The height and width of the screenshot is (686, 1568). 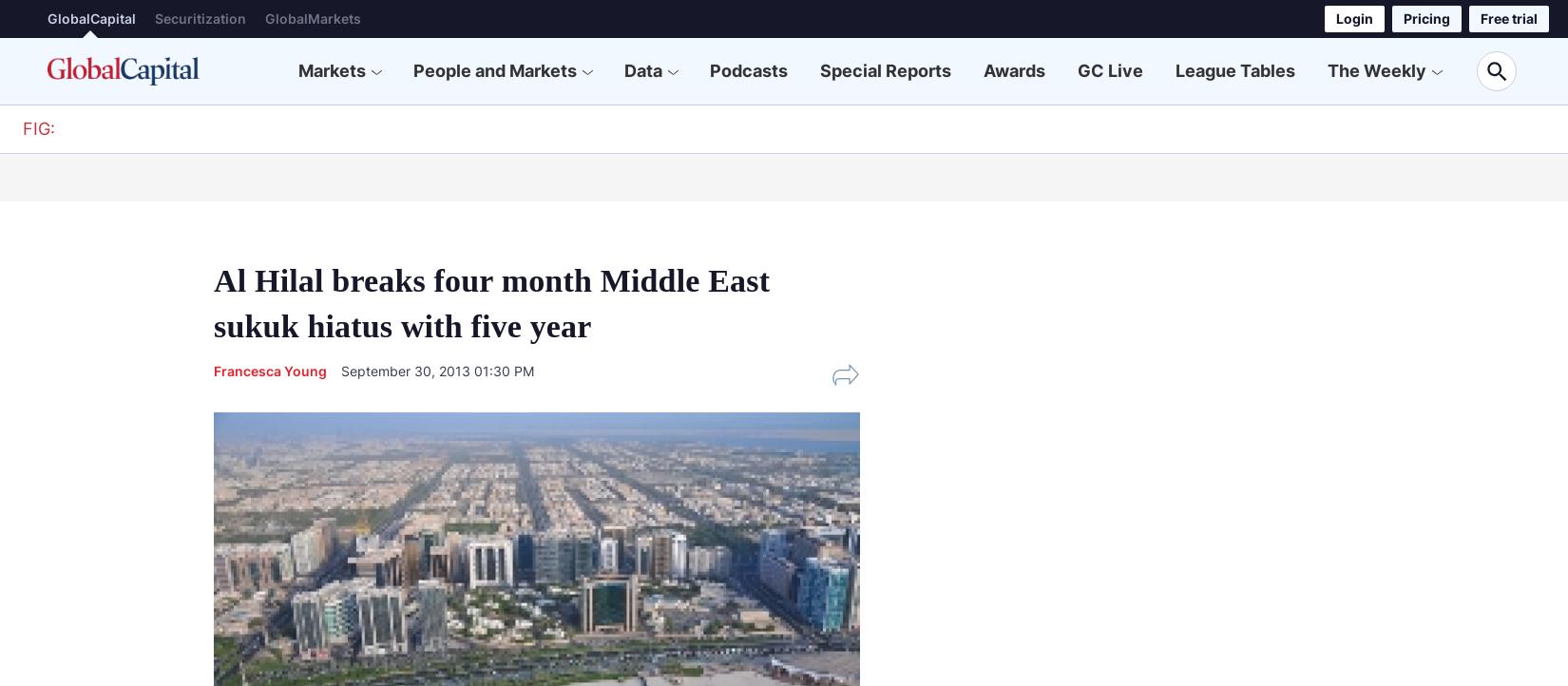 I want to click on 'Special Reports', so click(x=885, y=69).